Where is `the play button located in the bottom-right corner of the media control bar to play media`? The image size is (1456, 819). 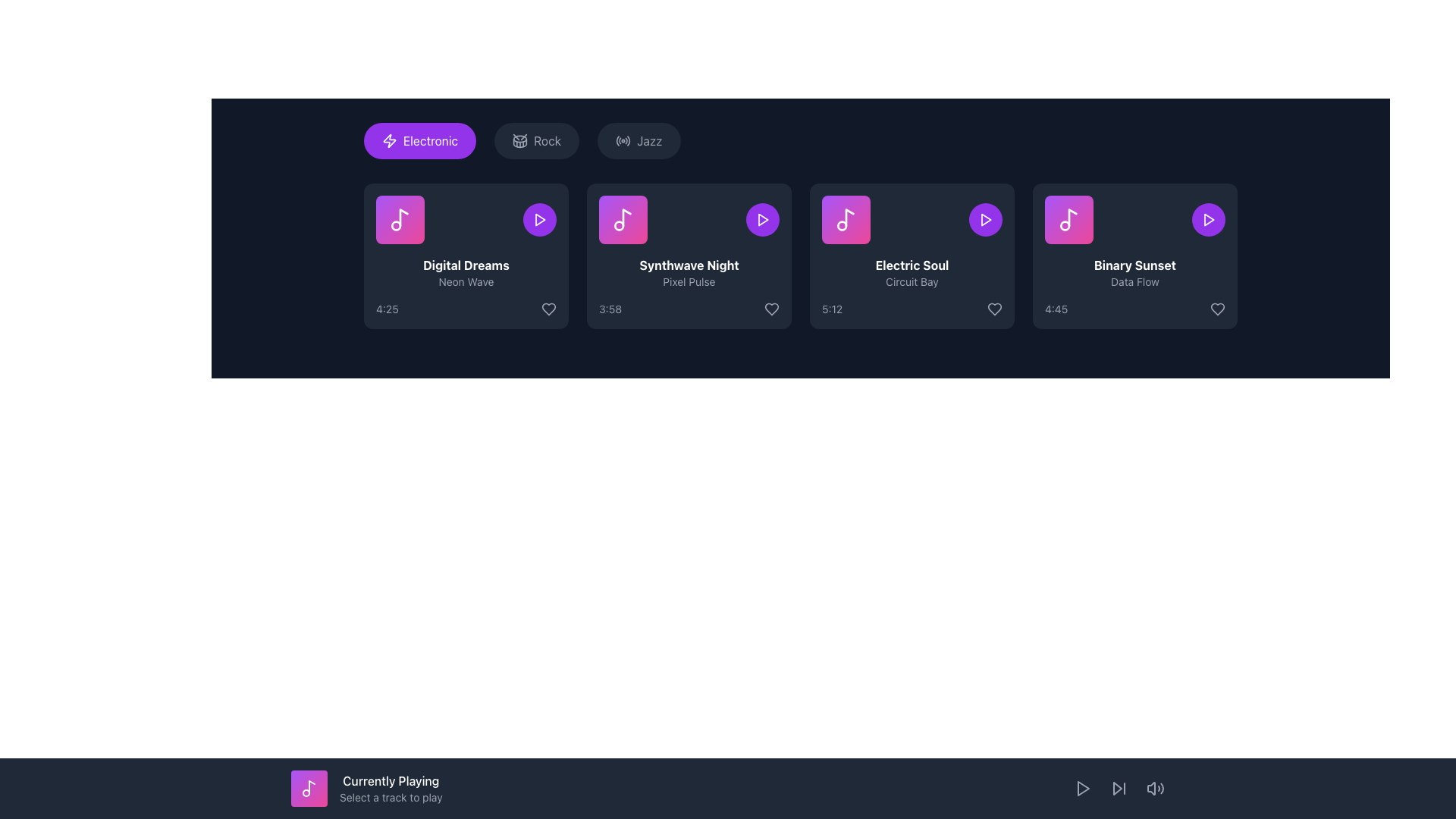
the play button located in the bottom-right corner of the media control bar to play media is located at coordinates (1083, 788).